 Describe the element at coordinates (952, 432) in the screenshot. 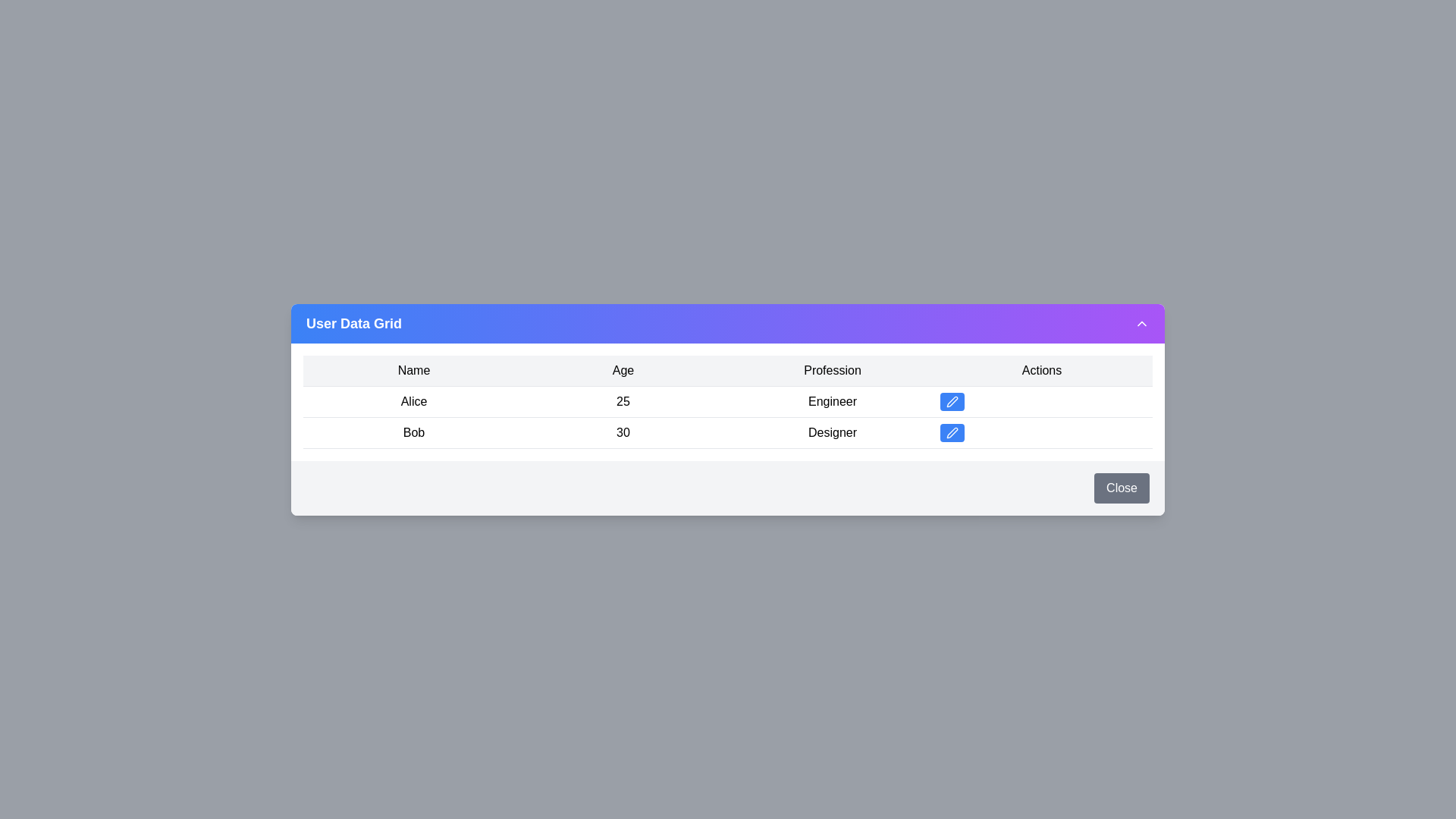

I see `the button in the 'Actions' column of the last row in the data table to initiate editing for the corresponding row` at that location.